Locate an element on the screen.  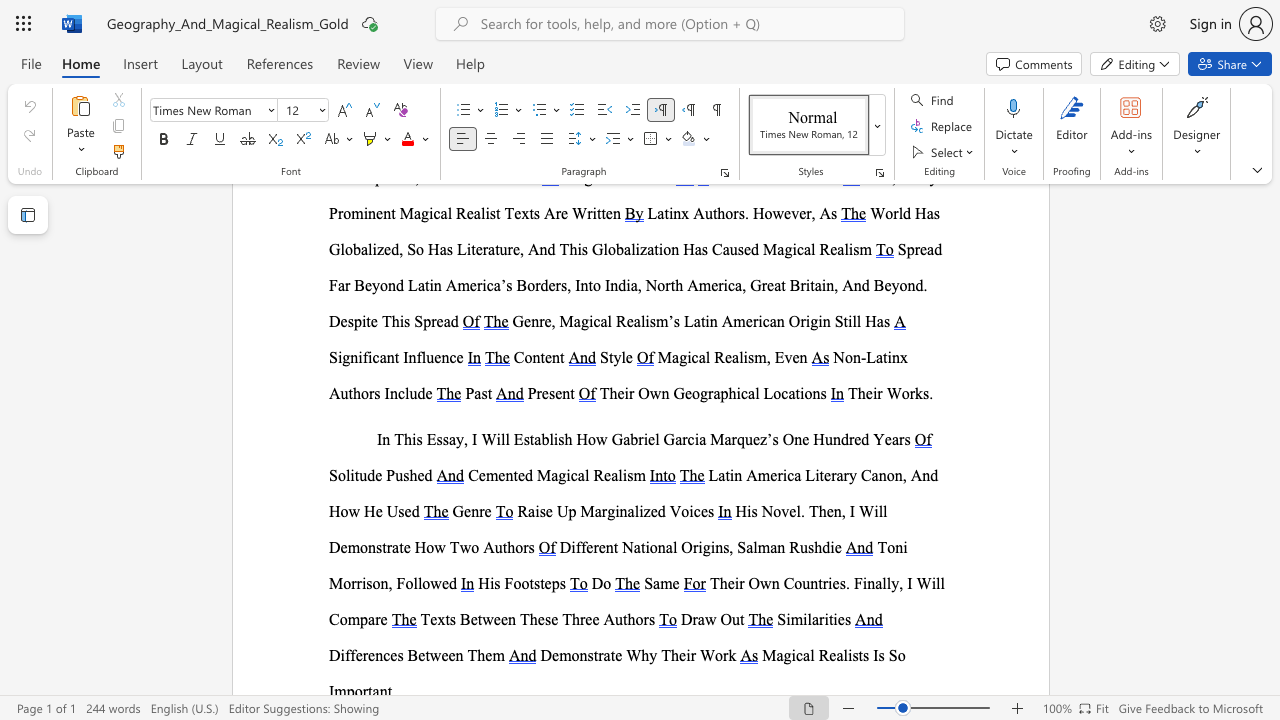
the subset text "e Auth" within the text "Texts Between These Three Authors" is located at coordinates (591, 618).